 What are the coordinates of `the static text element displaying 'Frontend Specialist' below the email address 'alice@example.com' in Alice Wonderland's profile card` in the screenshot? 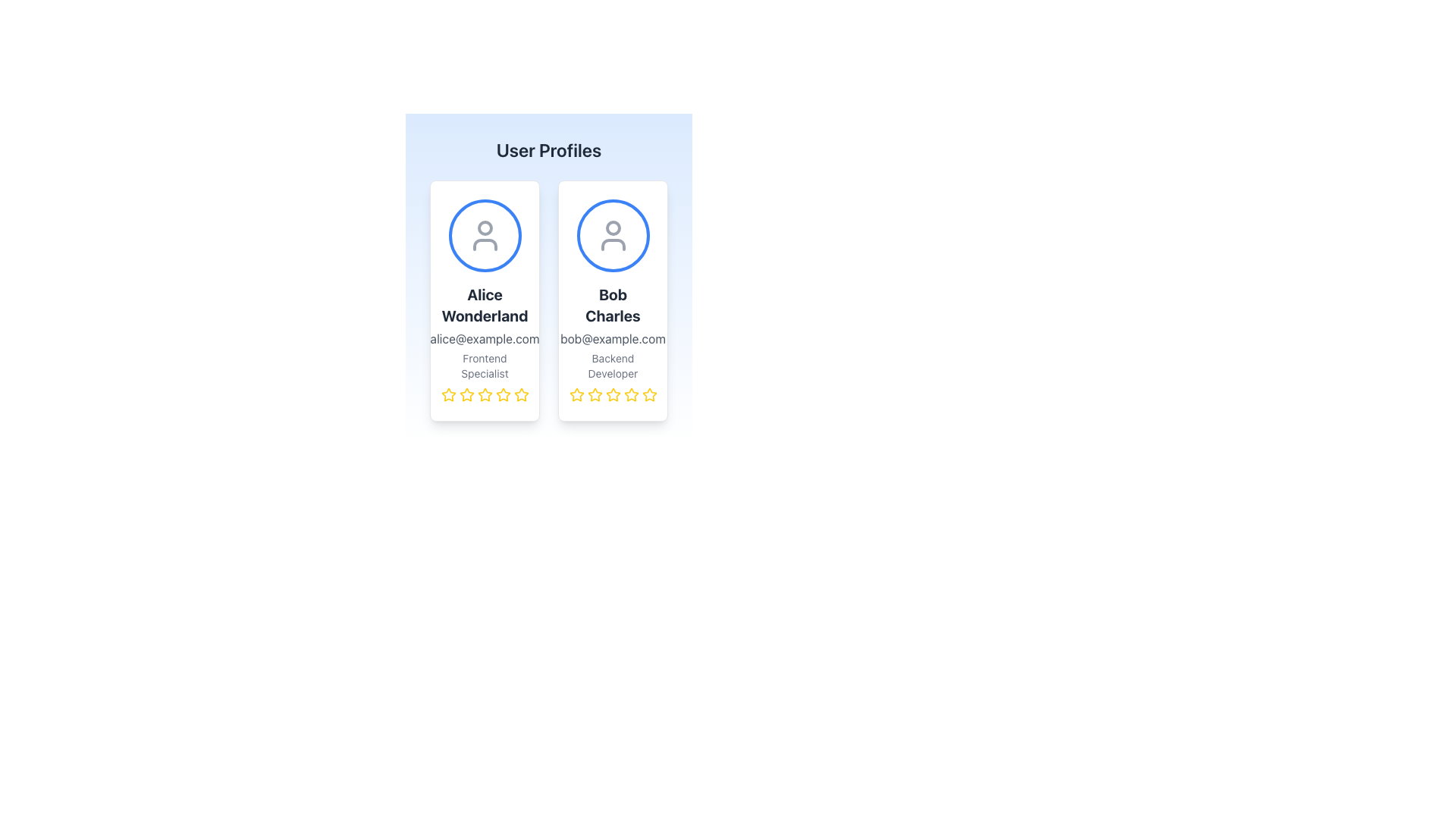 It's located at (484, 366).